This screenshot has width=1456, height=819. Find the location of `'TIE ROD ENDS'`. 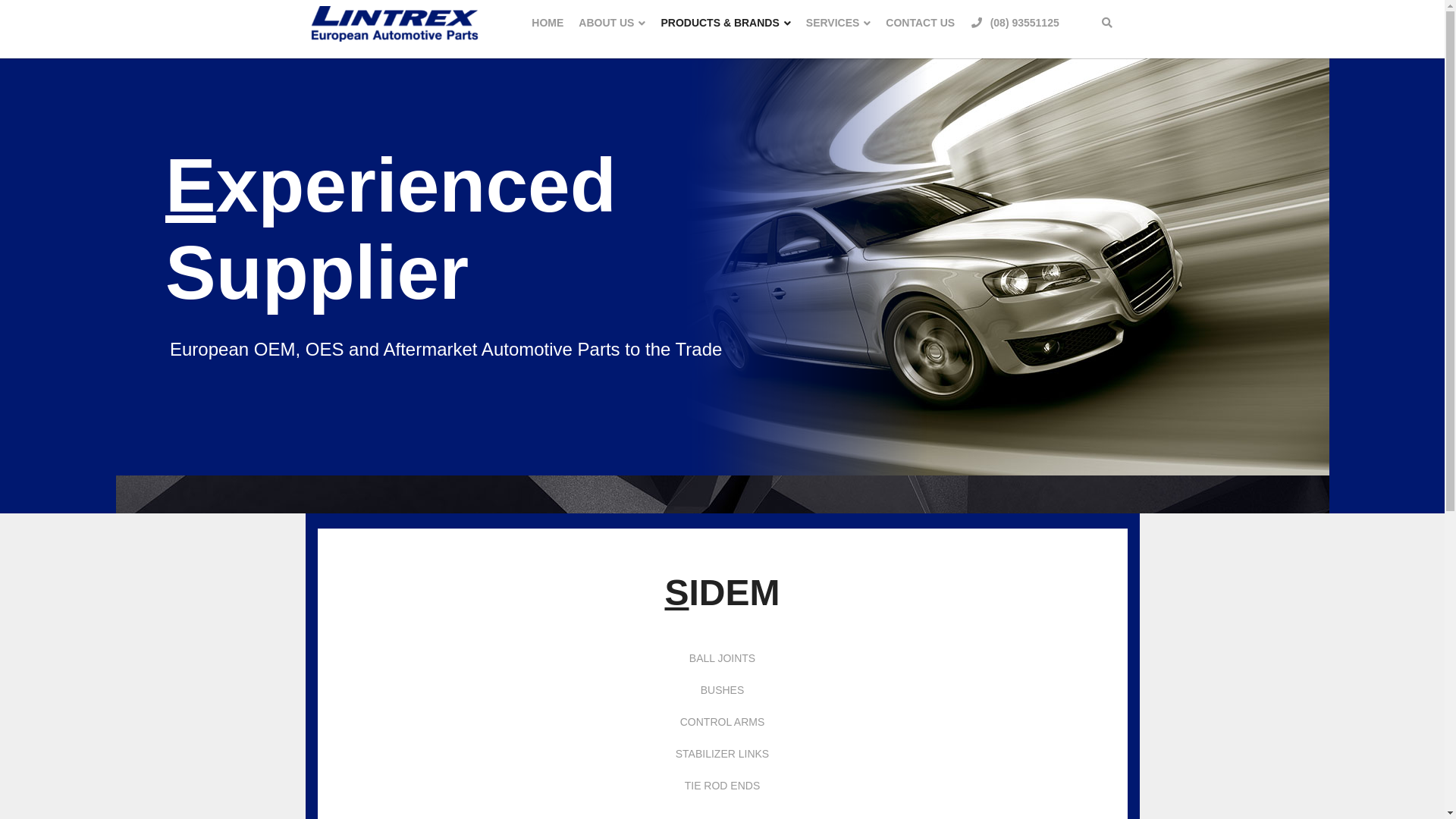

'TIE ROD ENDS' is located at coordinates (722, 785).